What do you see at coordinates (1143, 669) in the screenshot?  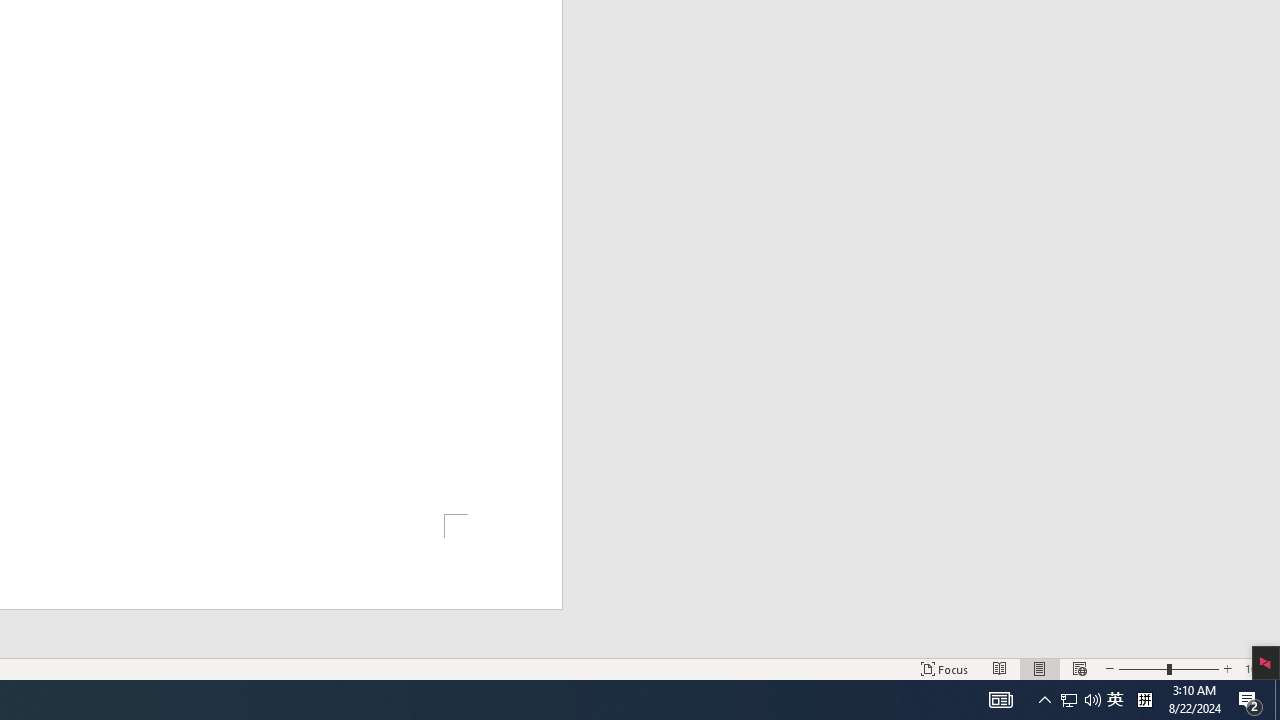 I see `'Zoom Out'` at bounding box center [1143, 669].